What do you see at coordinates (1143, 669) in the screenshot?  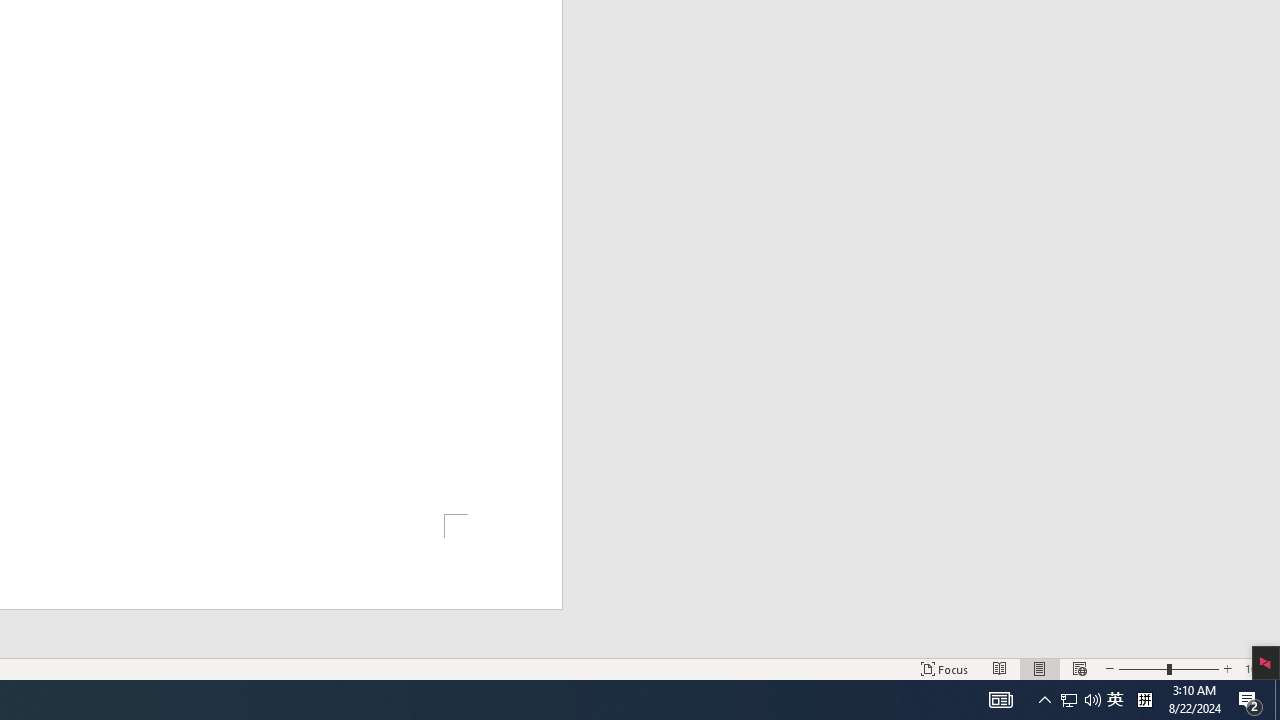 I see `'Zoom Out'` at bounding box center [1143, 669].